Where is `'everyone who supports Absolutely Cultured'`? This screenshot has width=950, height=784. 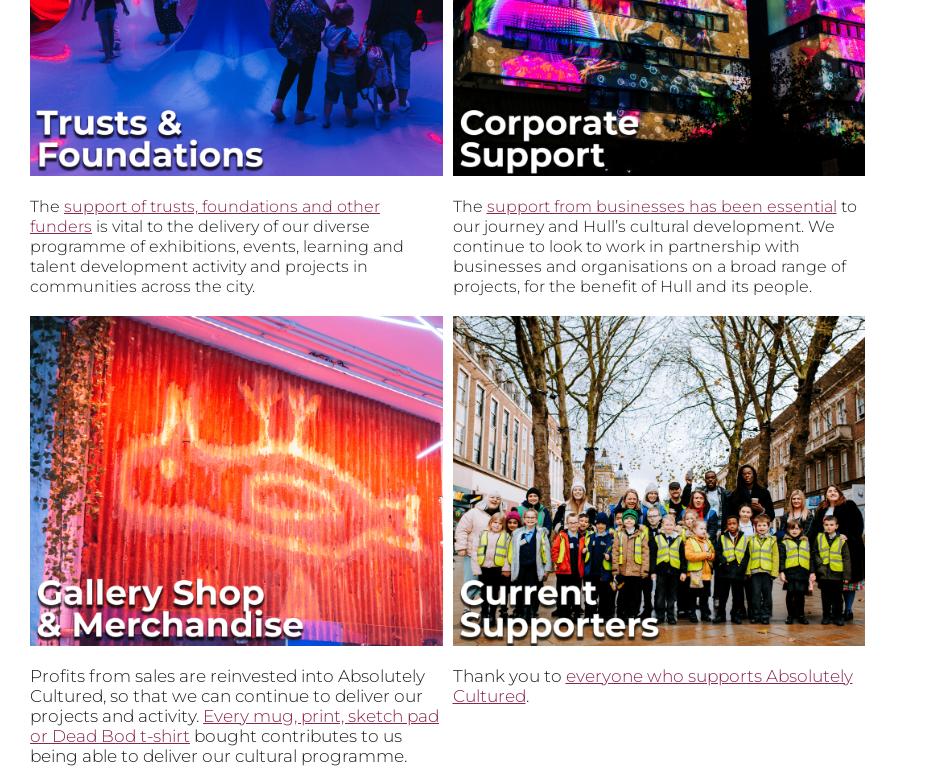 'everyone who supports Absolutely Cultured' is located at coordinates (451, 684).